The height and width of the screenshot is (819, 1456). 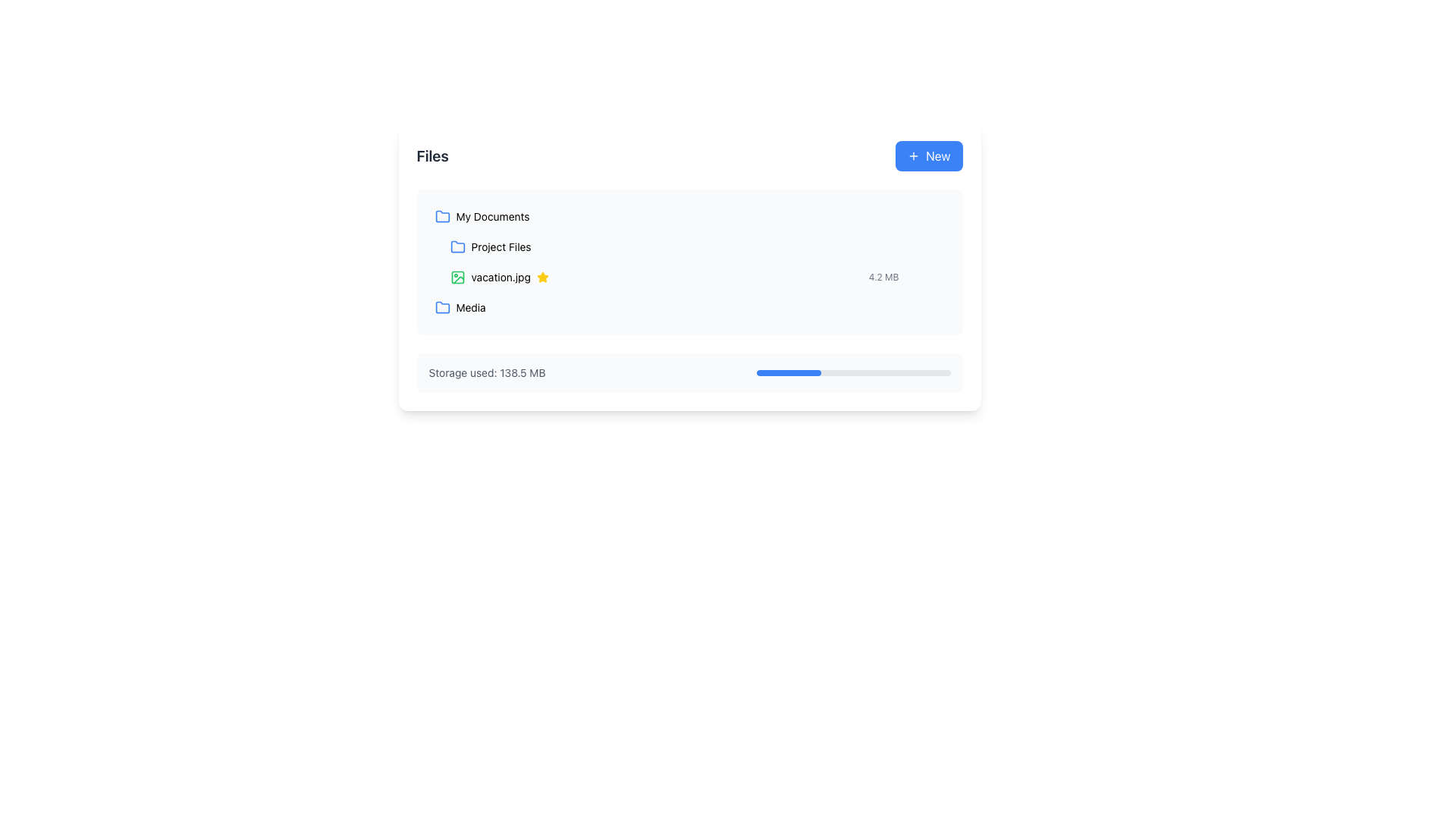 I want to click on the icon representing the action to create or add a new item located at the center of the 'New' button in the top-right corner of the file management interface, so click(x=912, y=155).